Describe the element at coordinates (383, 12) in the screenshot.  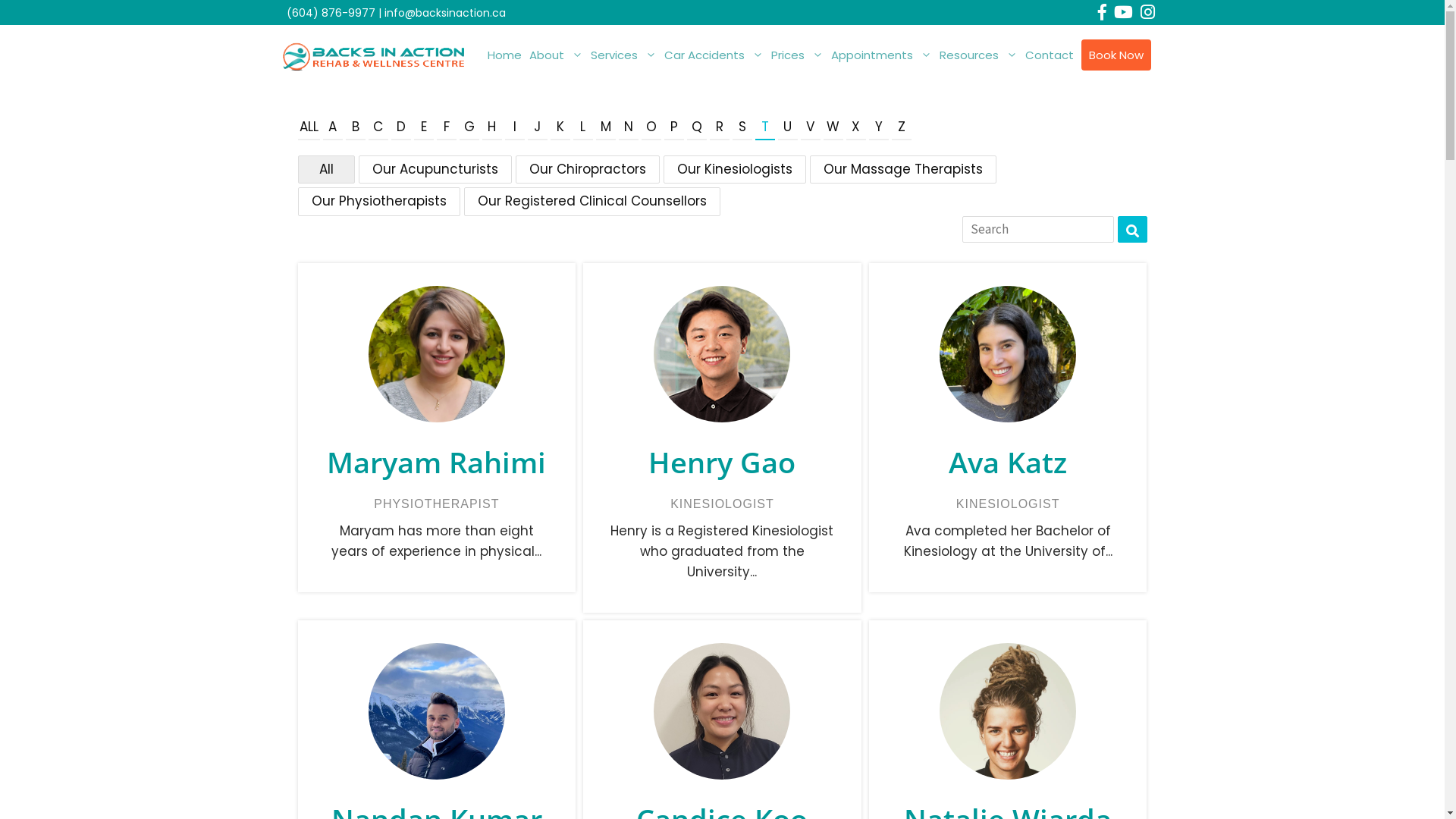
I see `'info@backsinaction.ca'` at that location.